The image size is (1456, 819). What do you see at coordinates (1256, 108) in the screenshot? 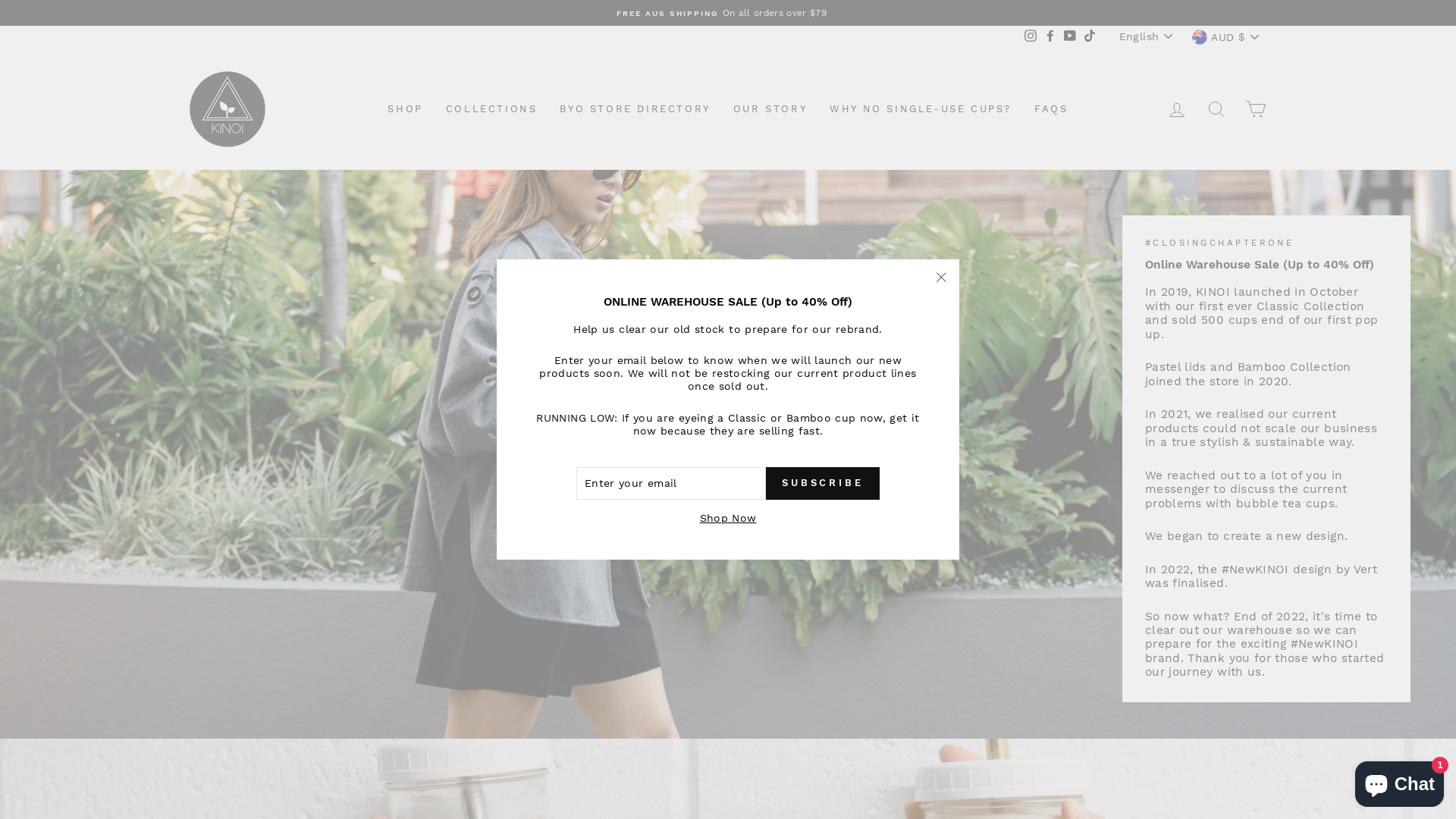
I see `'CART'` at bounding box center [1256, 108].